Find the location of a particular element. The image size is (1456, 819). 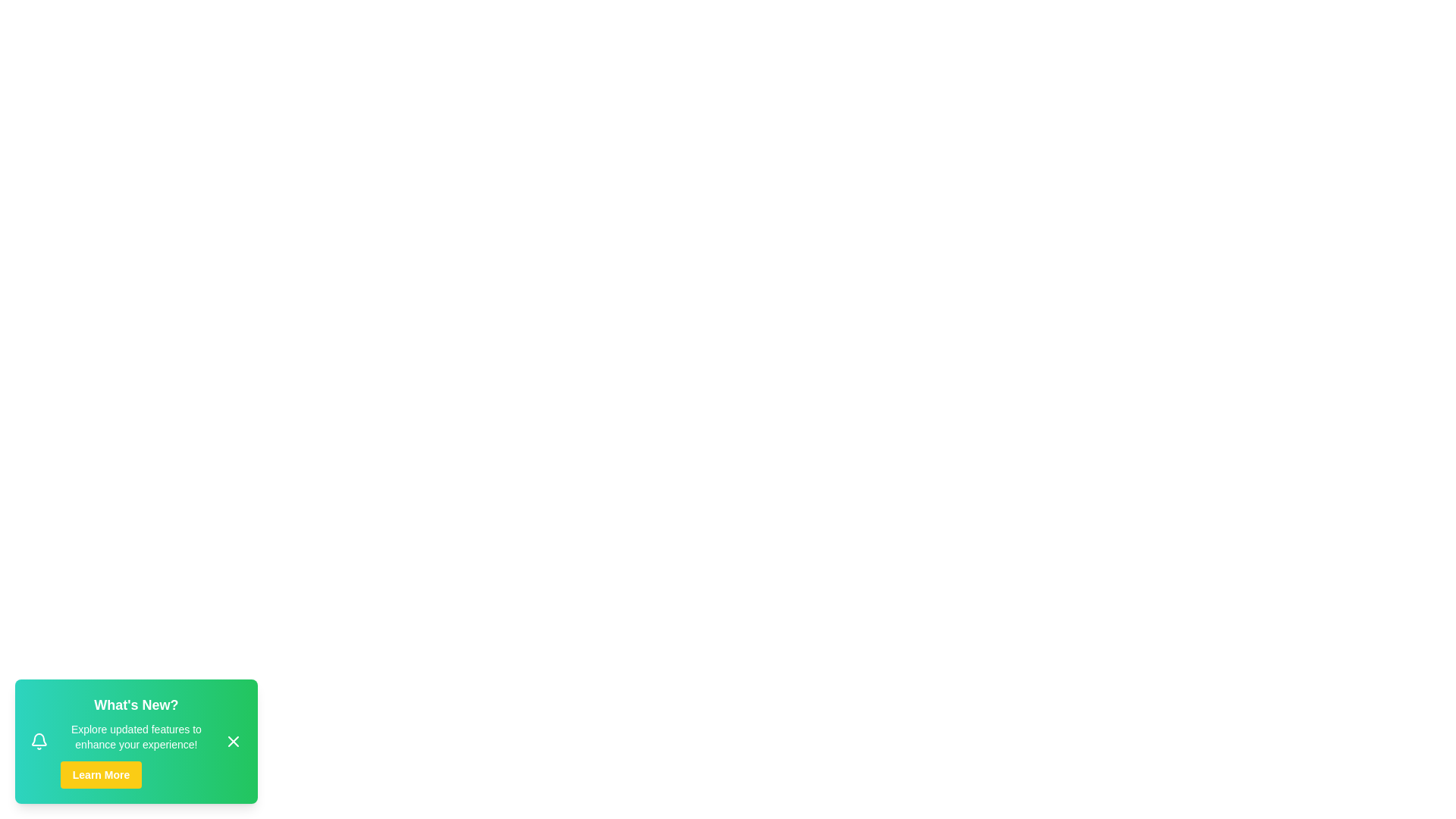

the close (X) button to close the snackbar is located at coordinates (232, 741).